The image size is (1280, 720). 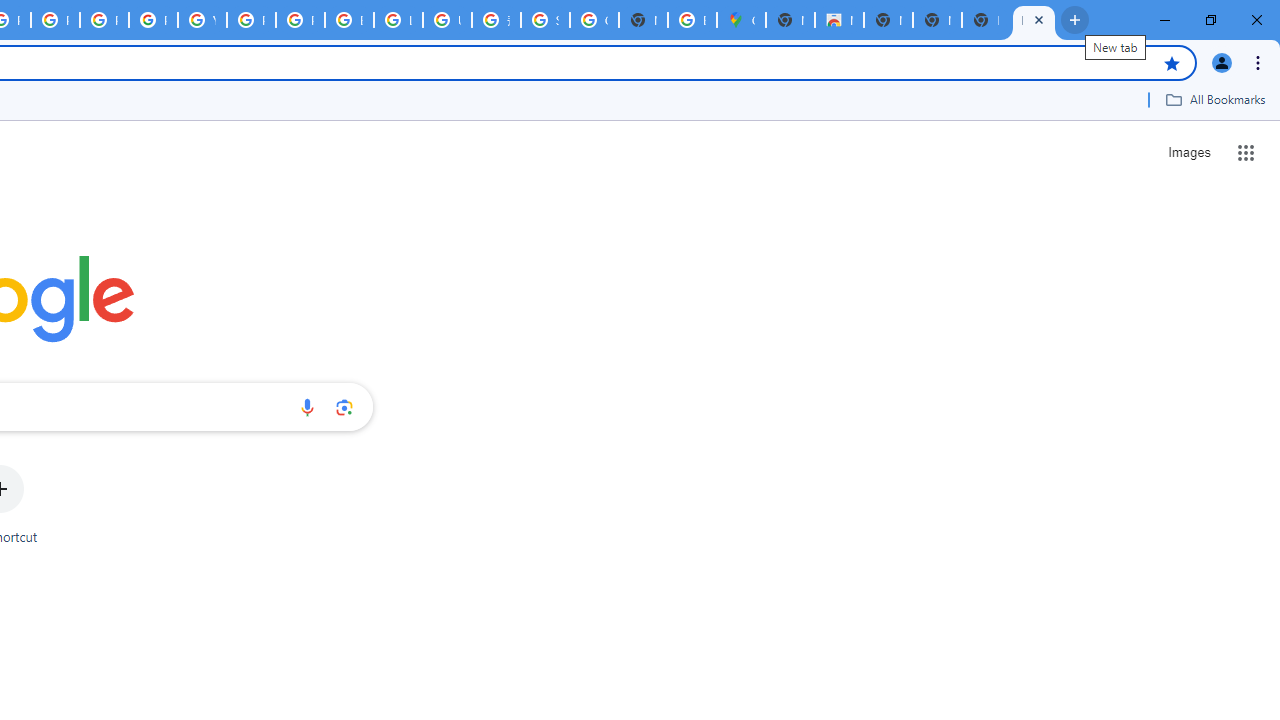 What do you see at coordinates (1214, 99) in the screenshot?
I see `'All Bookmarks'` at bounding box center [1214, 99].